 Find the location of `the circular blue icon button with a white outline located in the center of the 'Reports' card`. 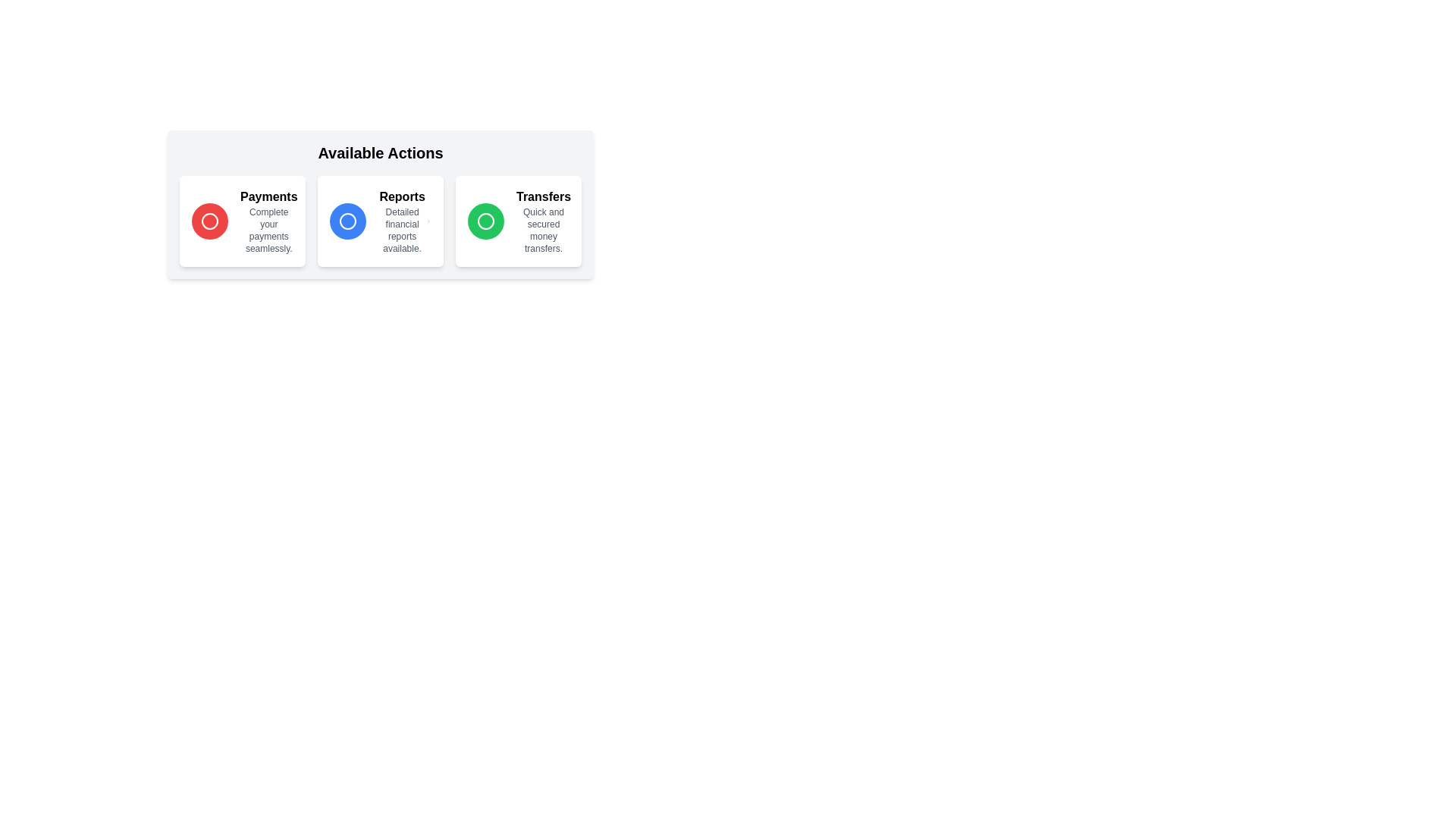

the circular blue icon button with a white outline located in the center of the 'Reports' card is located at coordinates (347, 221).